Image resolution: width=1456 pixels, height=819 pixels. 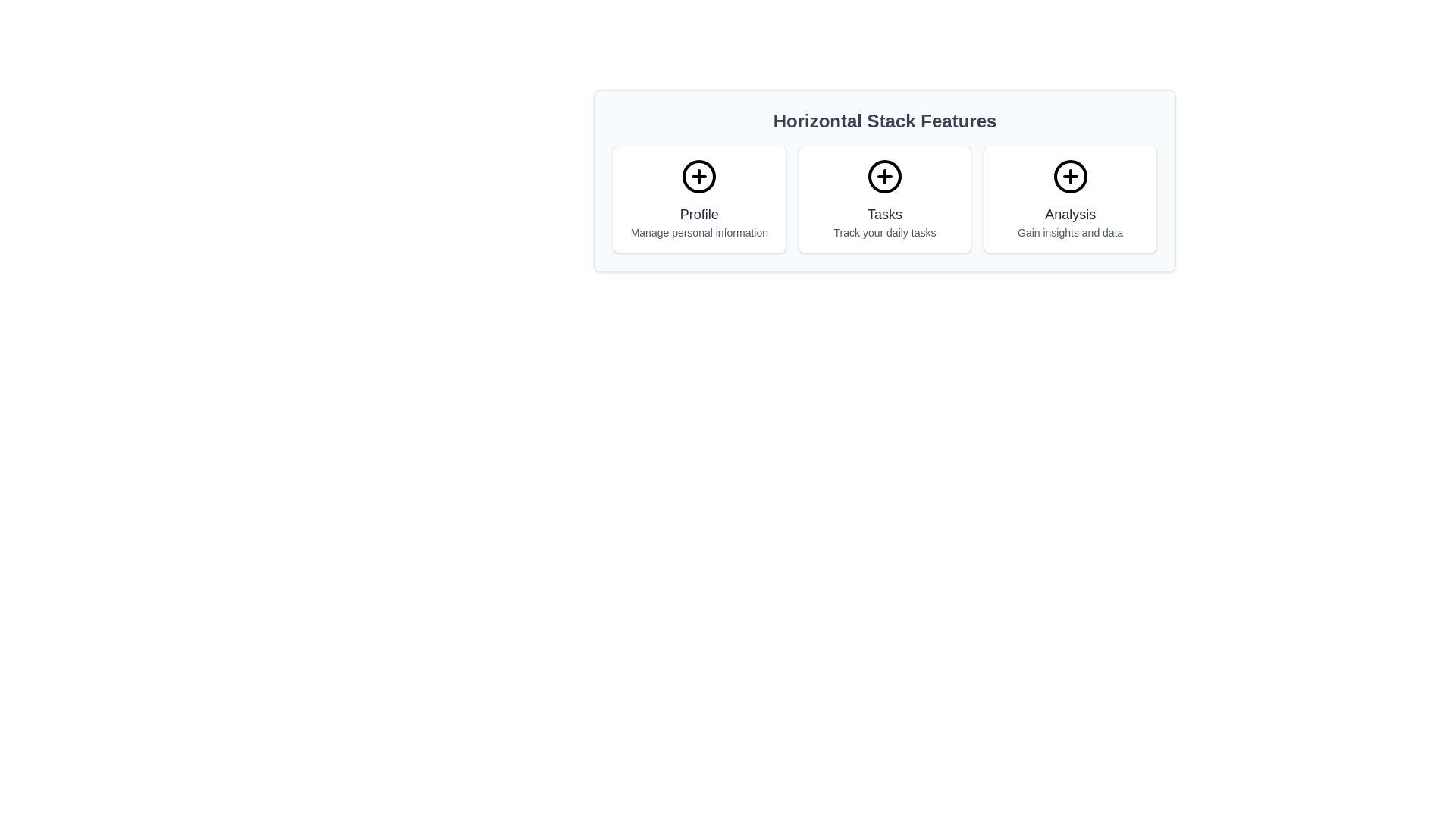 What do you see at coordinates (698, 233) in the screenshot?
I see `the descriptive subtitle text located beneath the 'Profile' heading in the 'Profile' card, which provides additional context for the feature` at bounding box center [698, 233].